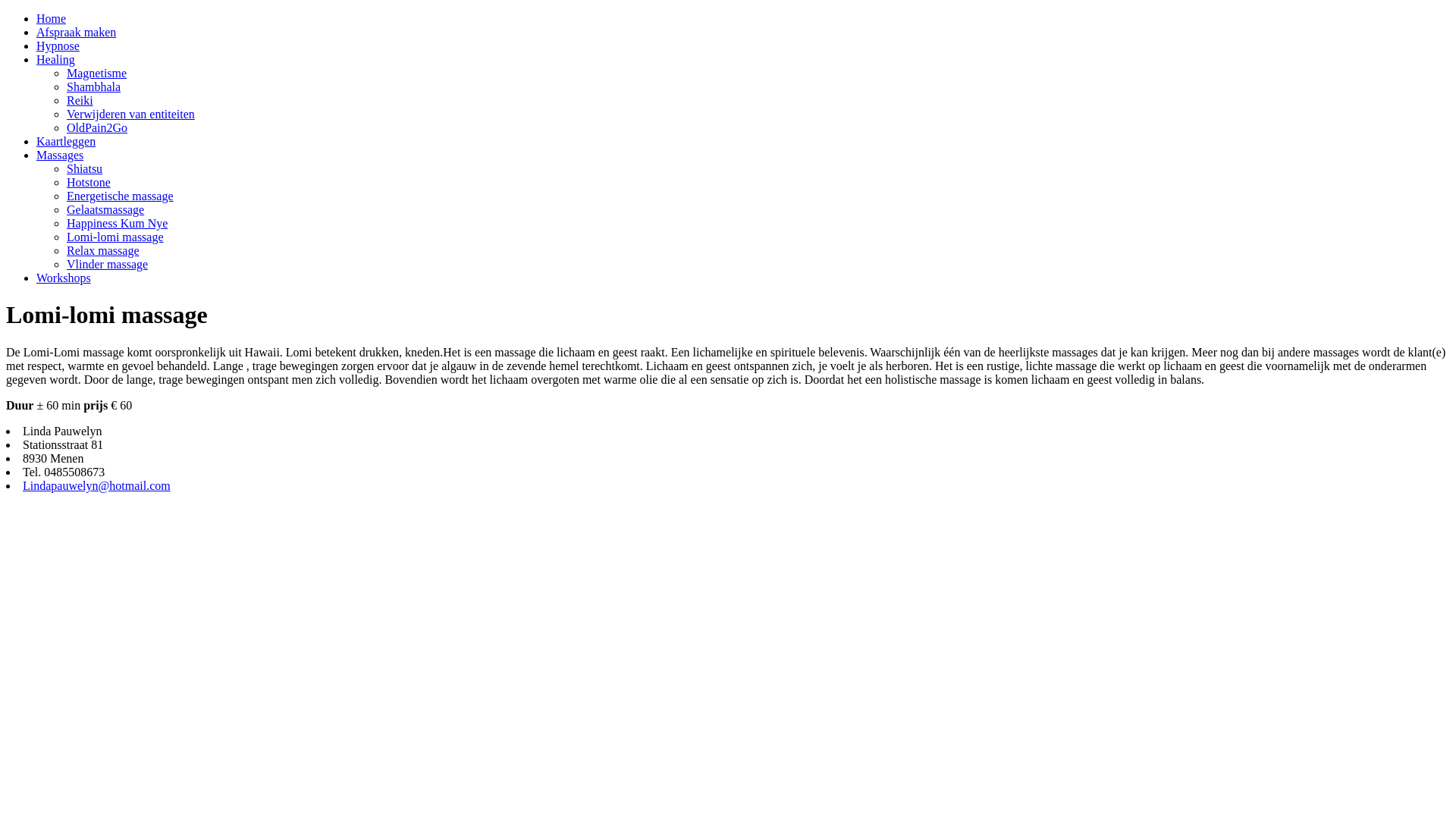  What do you see at coordinates (55, 58) in the screenshot?
I see `'Healing'` at bounding box center [55, 58].